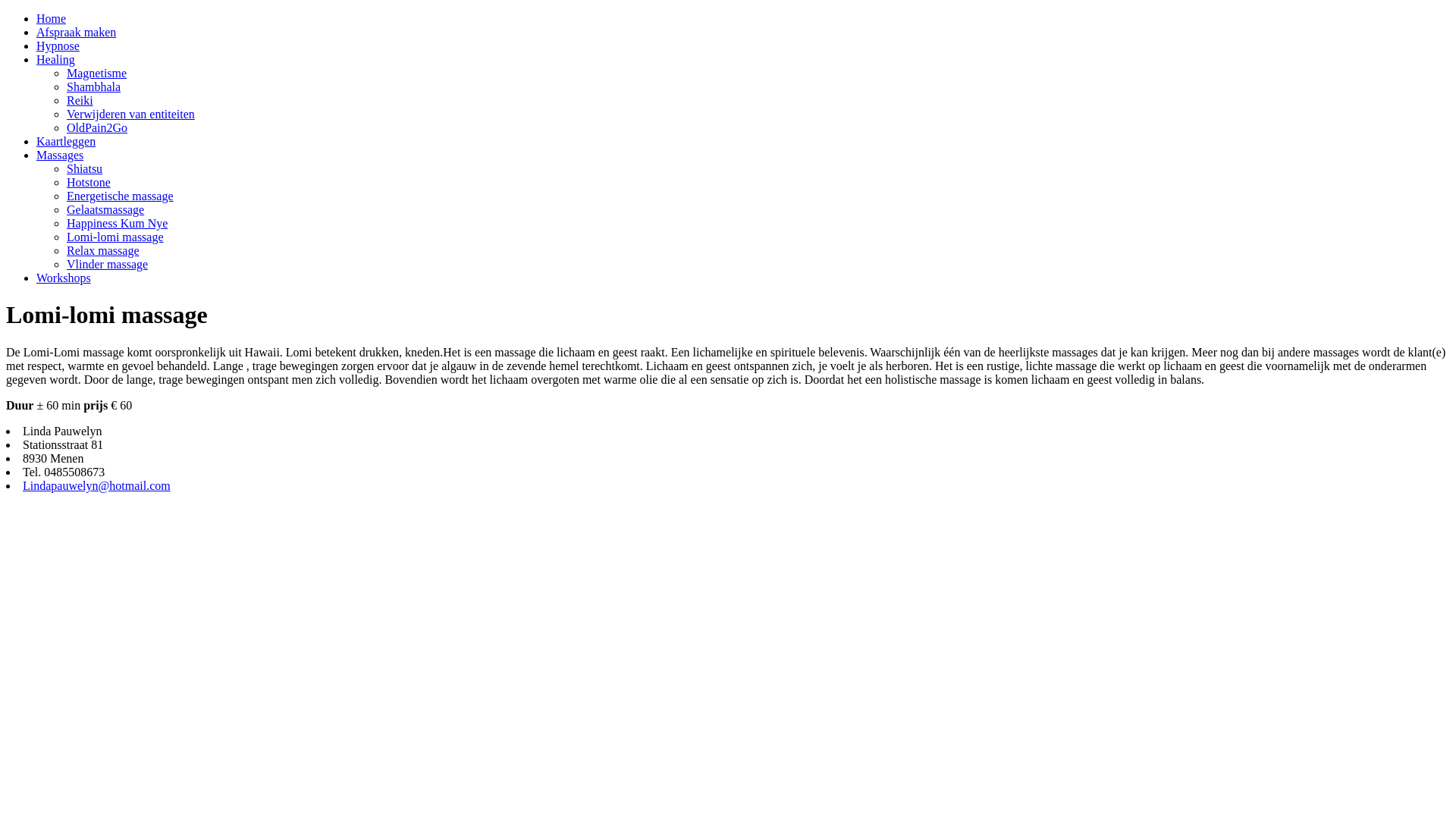  What do you see at coordinates (55, 58) in the screenshot?
I see `'Healing'` at bounding box center [55, 58].